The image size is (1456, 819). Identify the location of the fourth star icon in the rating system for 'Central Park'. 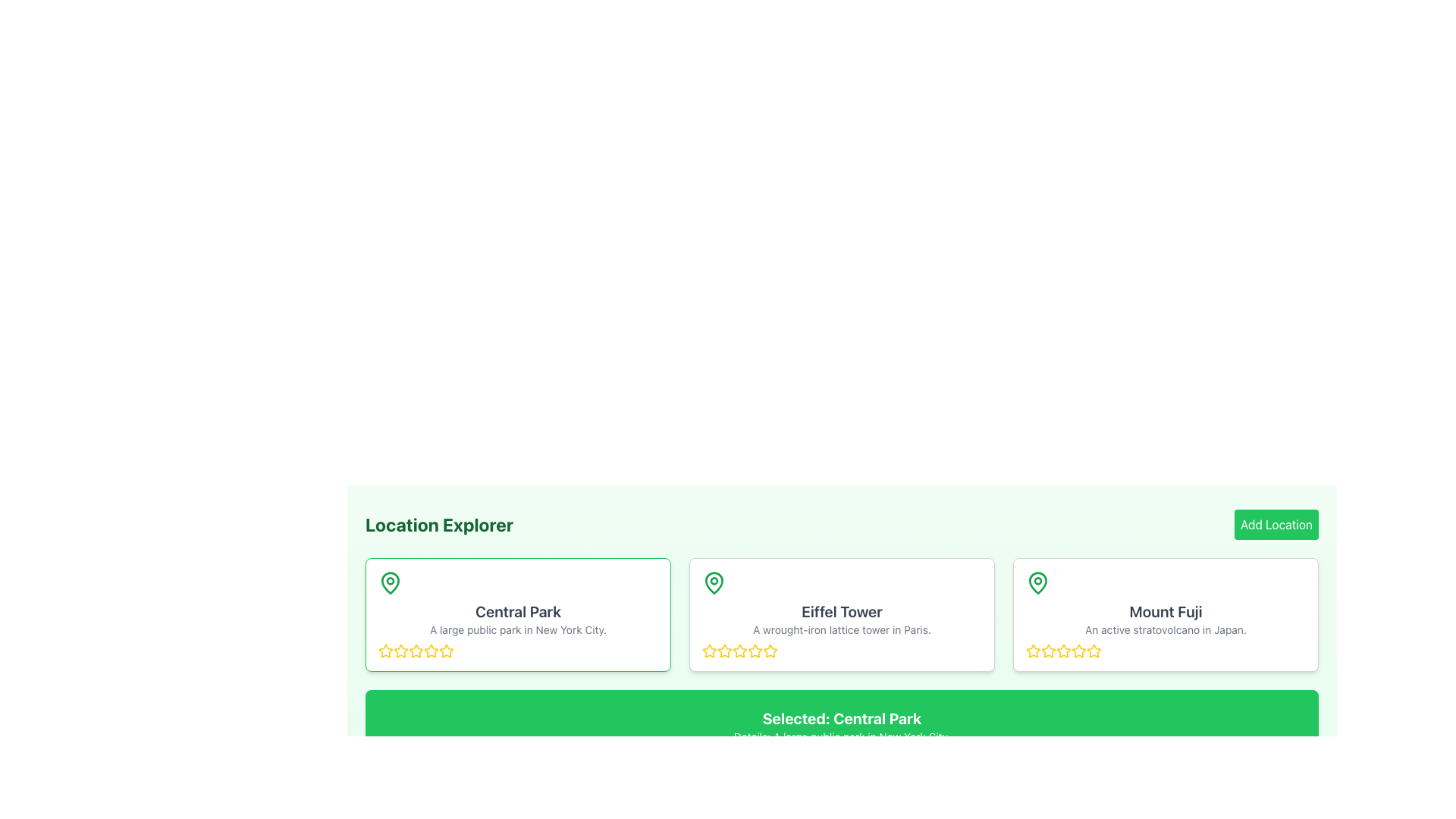
(431, 650).